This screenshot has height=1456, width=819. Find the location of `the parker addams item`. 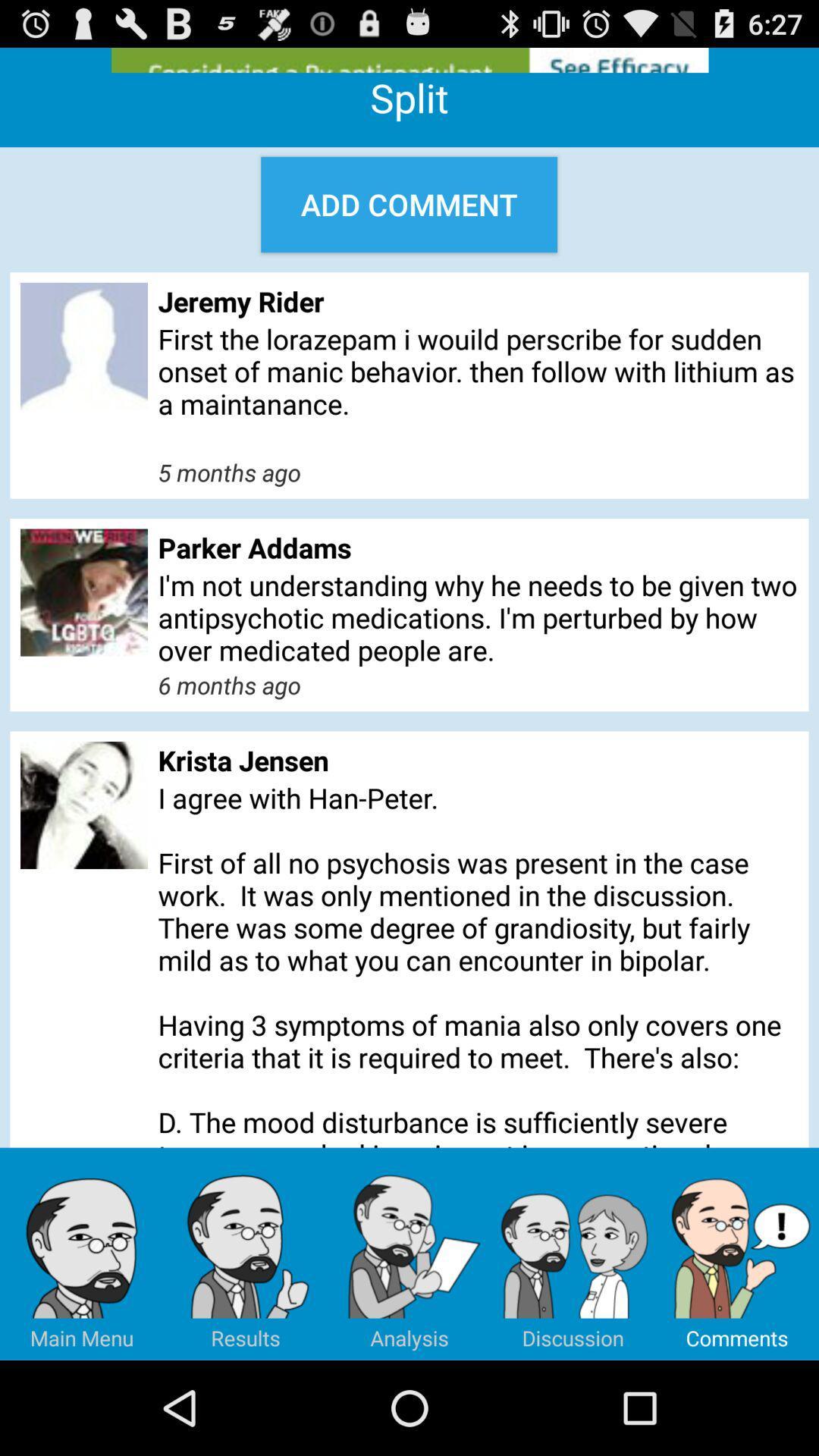

the parker addams item is located at coordinates (478, 547).